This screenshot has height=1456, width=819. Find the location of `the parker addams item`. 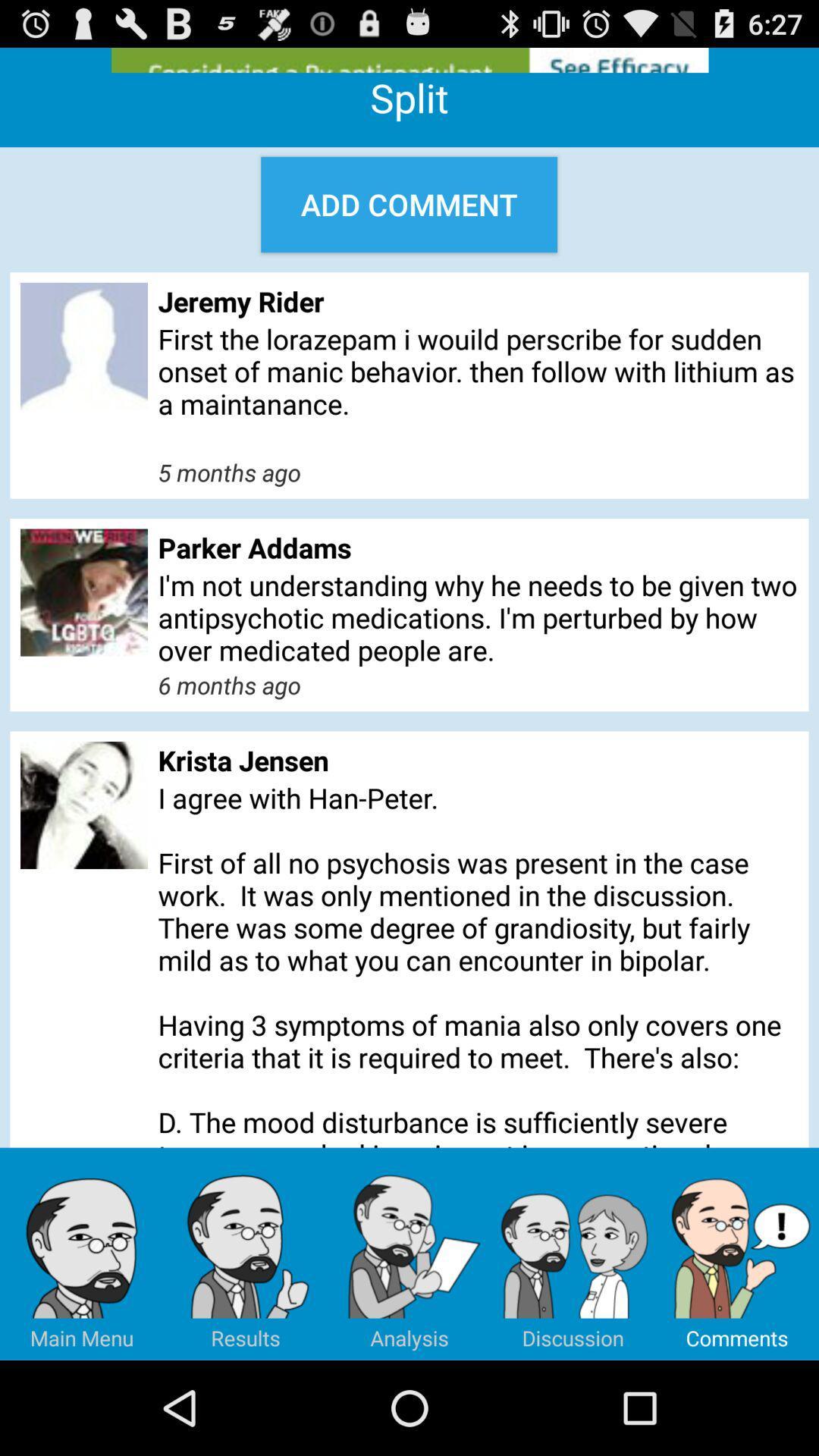

the parker addams item is located at coordinates (478, 547).